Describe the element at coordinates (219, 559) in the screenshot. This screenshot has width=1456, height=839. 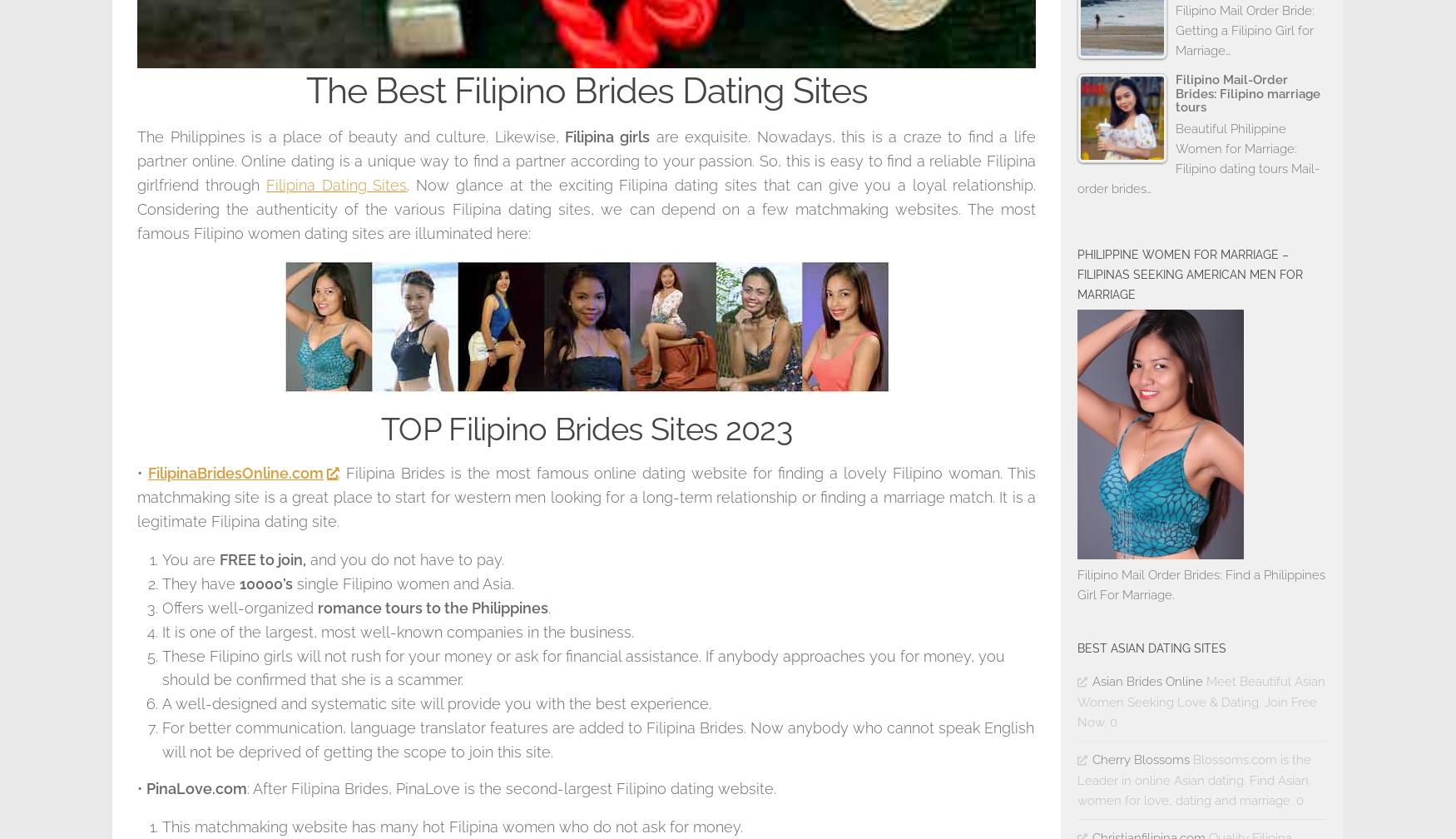
I see `'FREE to join,'` at that location.